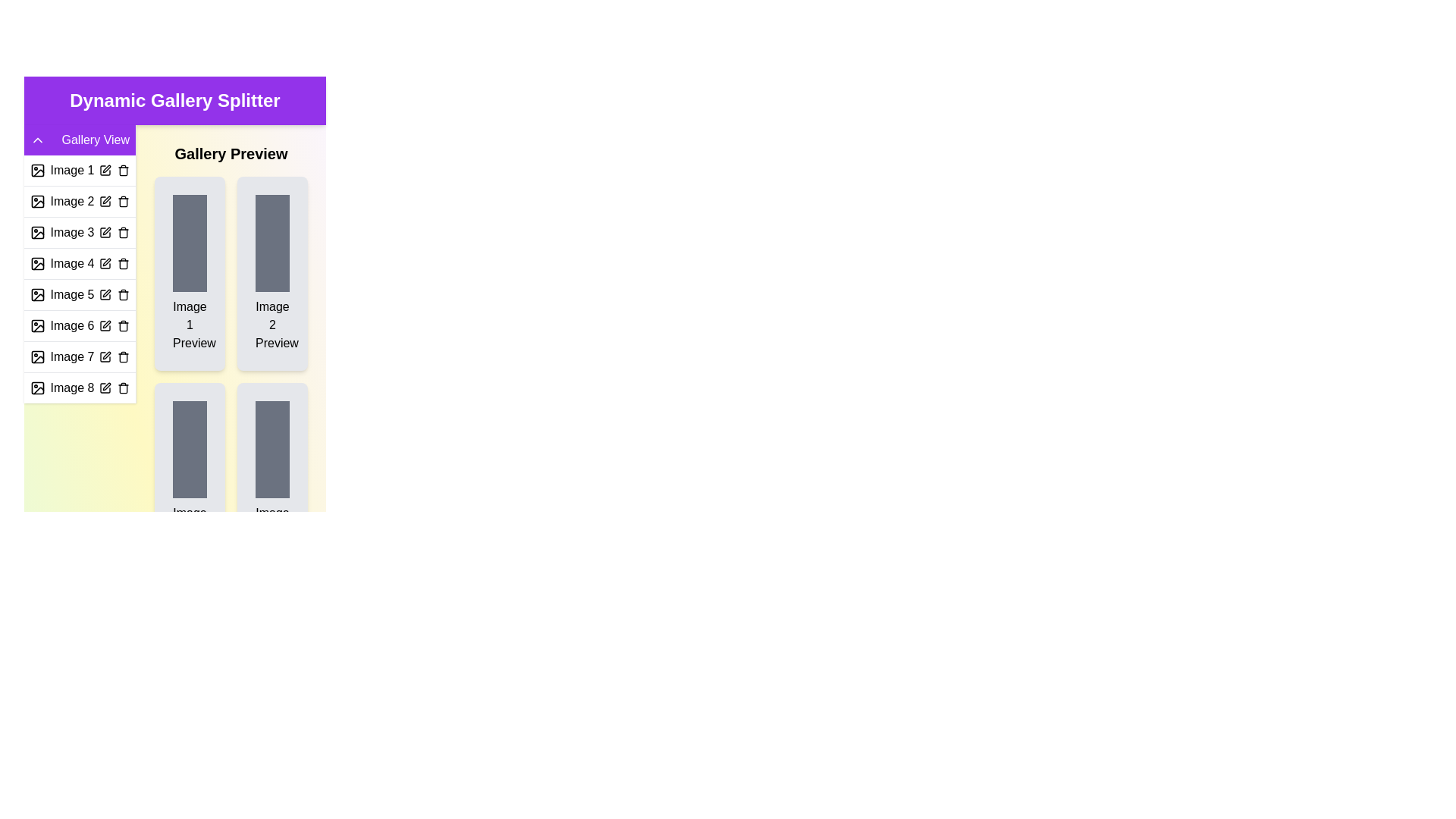 The width and height of the screenshot is (1456, 819). Describe the element at coordinates (71, 233) in the screenshot. I see `the text label displaying 'Image 3' located in the left panel labeled 'Gallery View', positioned between 'Image 2' and 'Image 4'` at that location.